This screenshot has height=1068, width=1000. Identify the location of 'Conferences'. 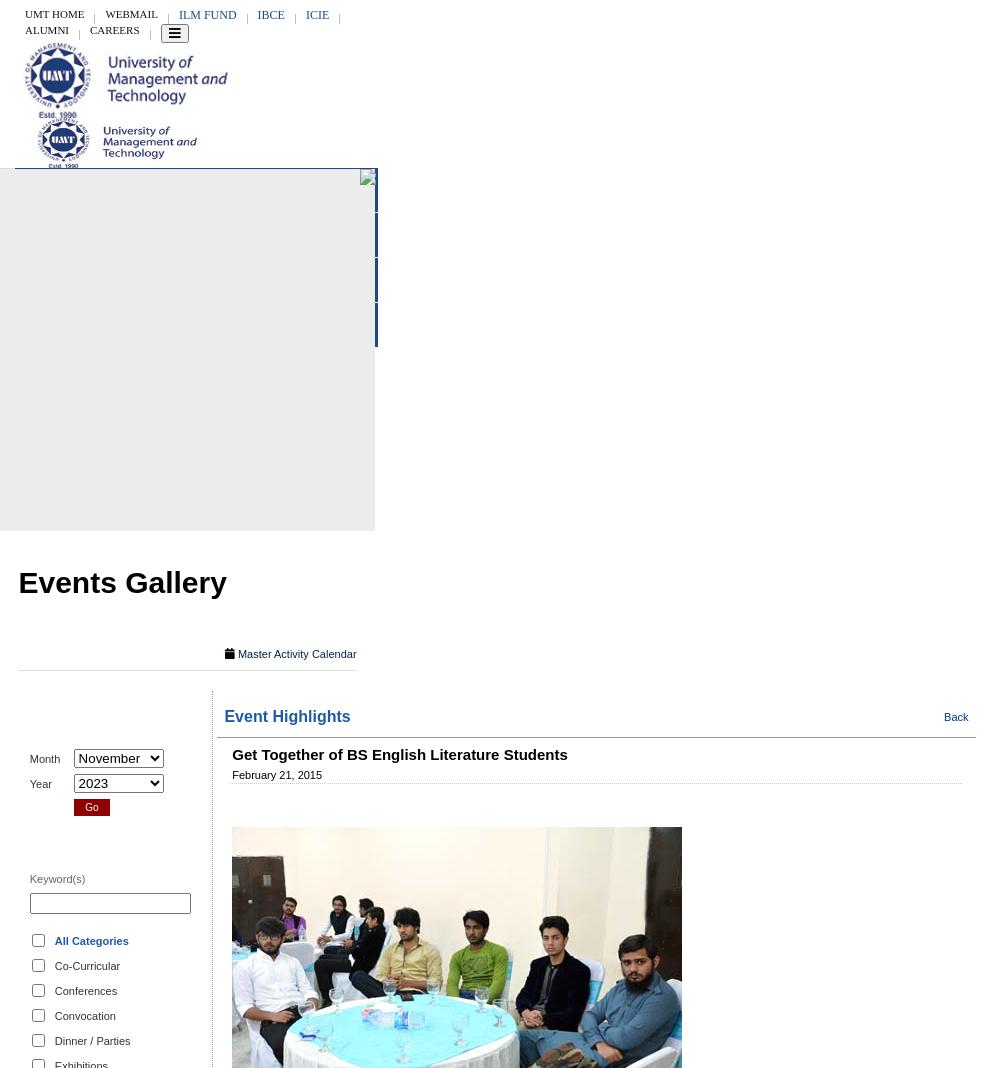
(84, 990).